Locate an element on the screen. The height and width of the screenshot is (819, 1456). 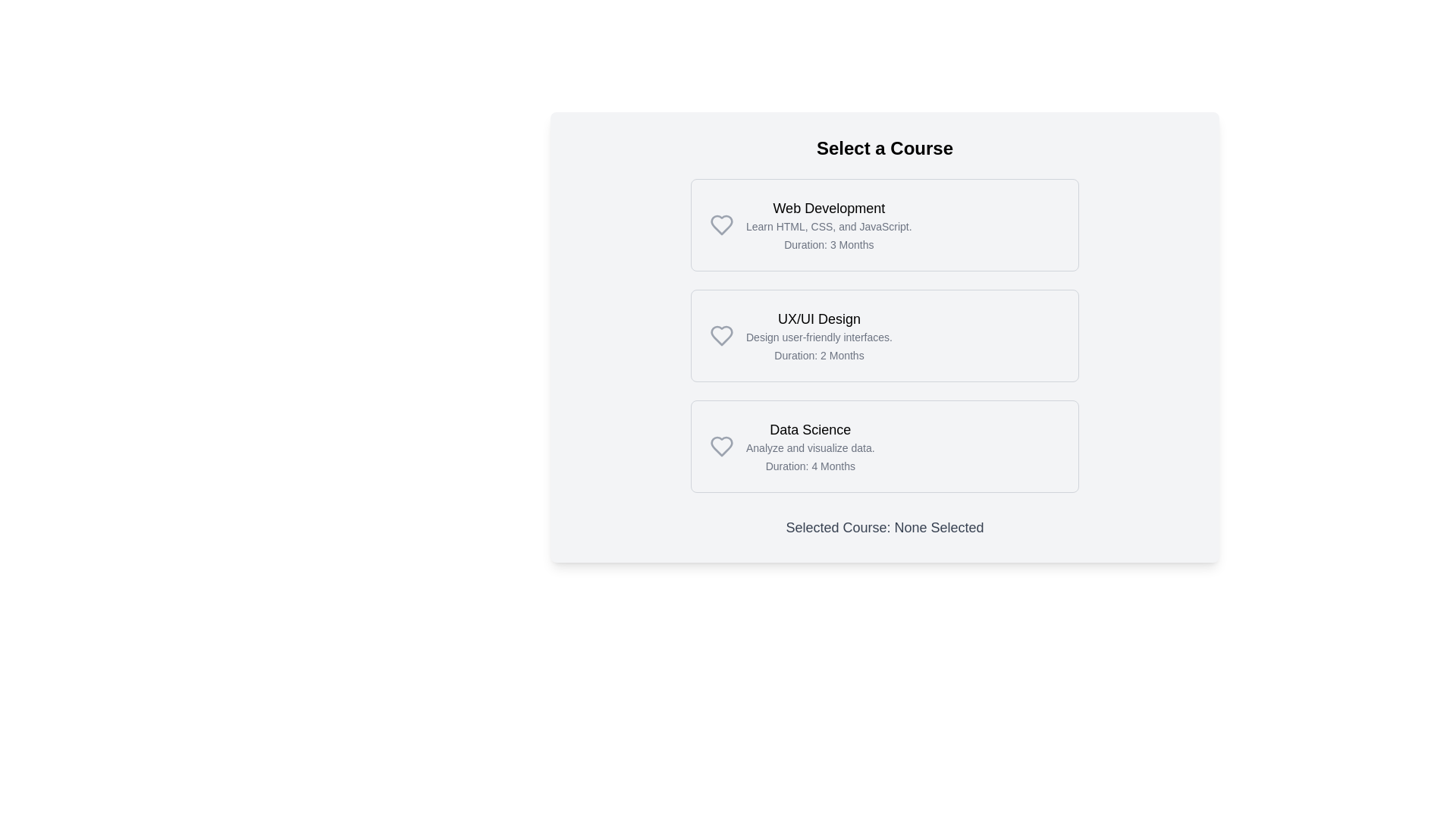
the Text block displaying information about the course titled 'UX/UI Design', which is the second element among three vertical blocks is located at coordinates (818, 335).